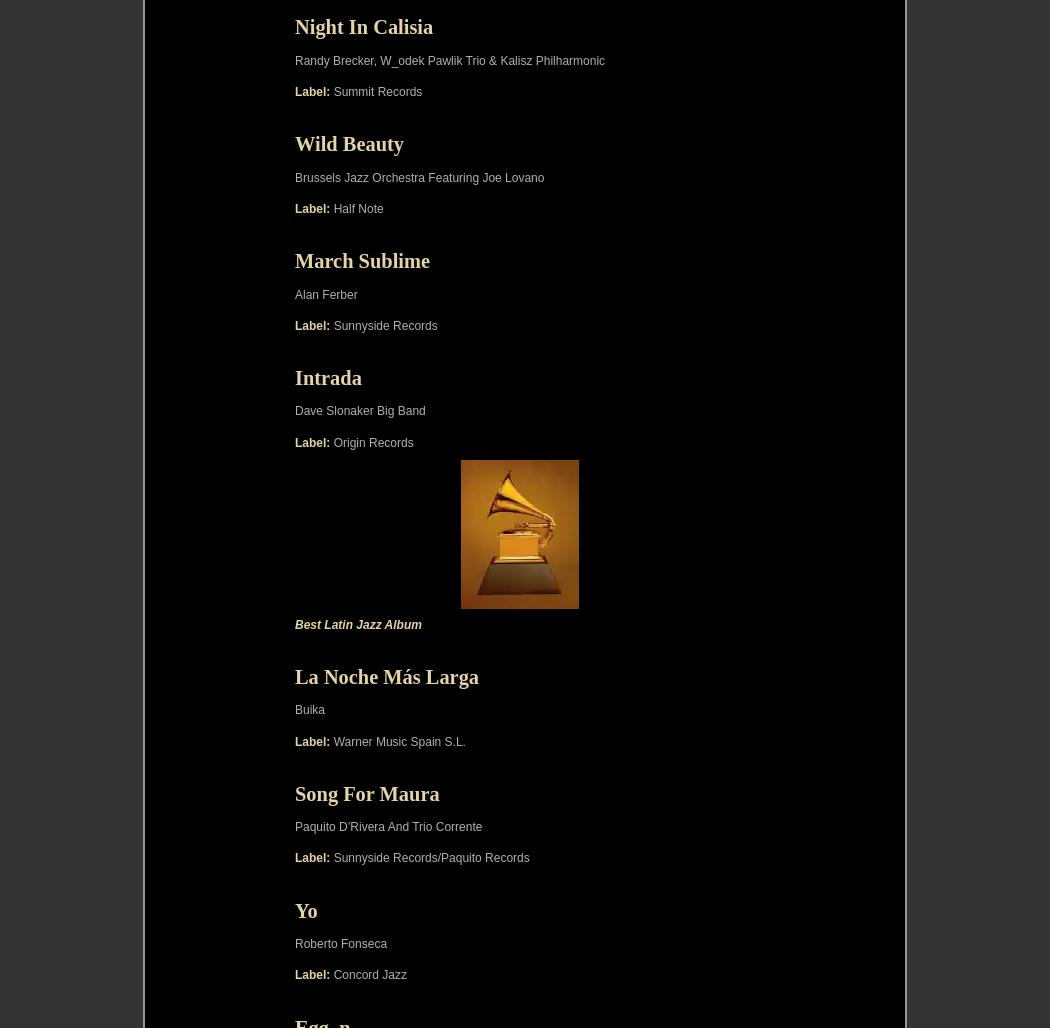  I want to click on 'Randy Brecker, W_odek Pawlik Trio & Kalisz Philharmonic', so click(450, 60).